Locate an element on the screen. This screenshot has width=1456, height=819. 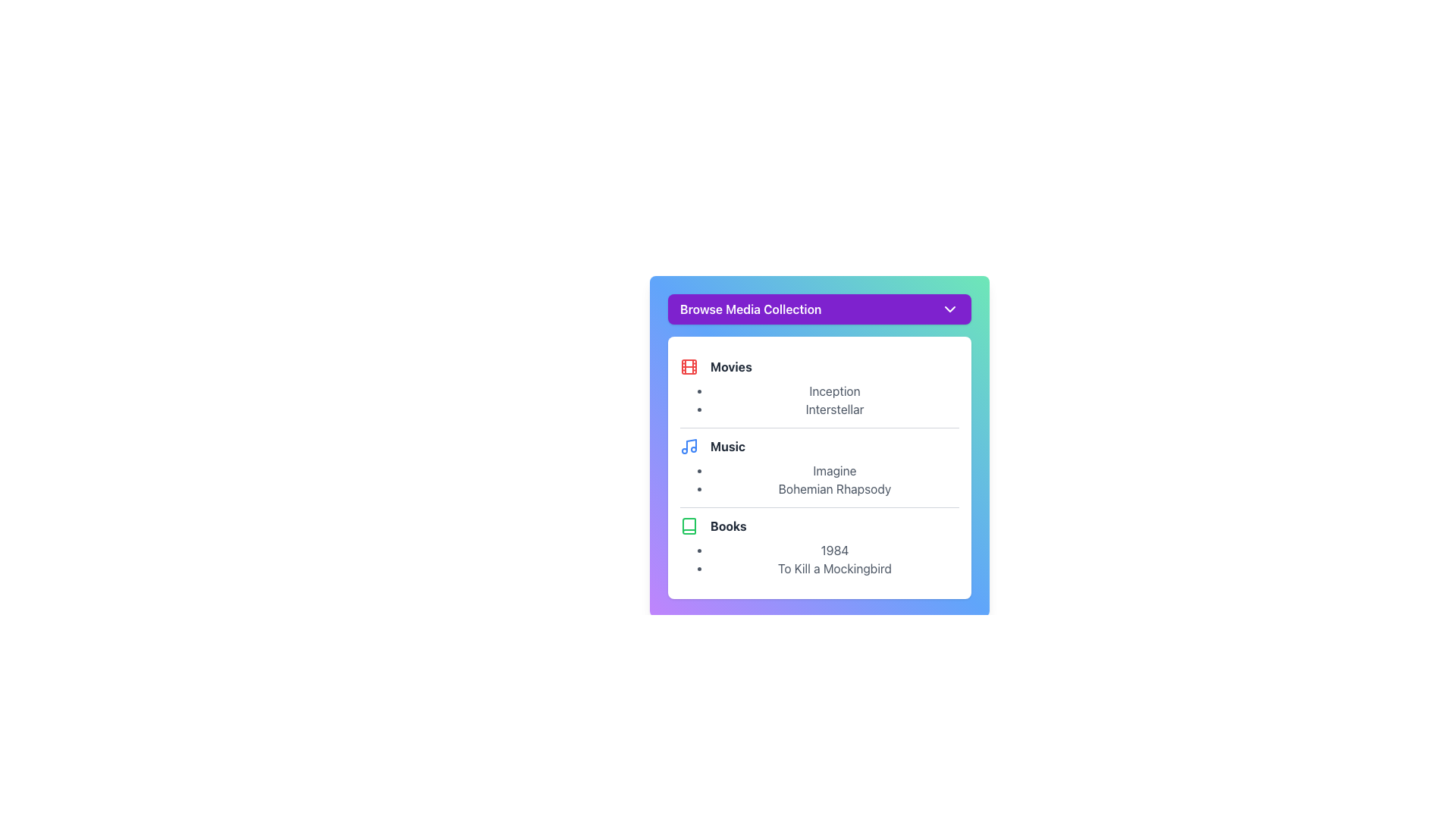
the 'Imagine' or 'Bohemian Rhapsody' item in the Category Section under 'Browse Media Collection' is located at coordinates (818, 466).